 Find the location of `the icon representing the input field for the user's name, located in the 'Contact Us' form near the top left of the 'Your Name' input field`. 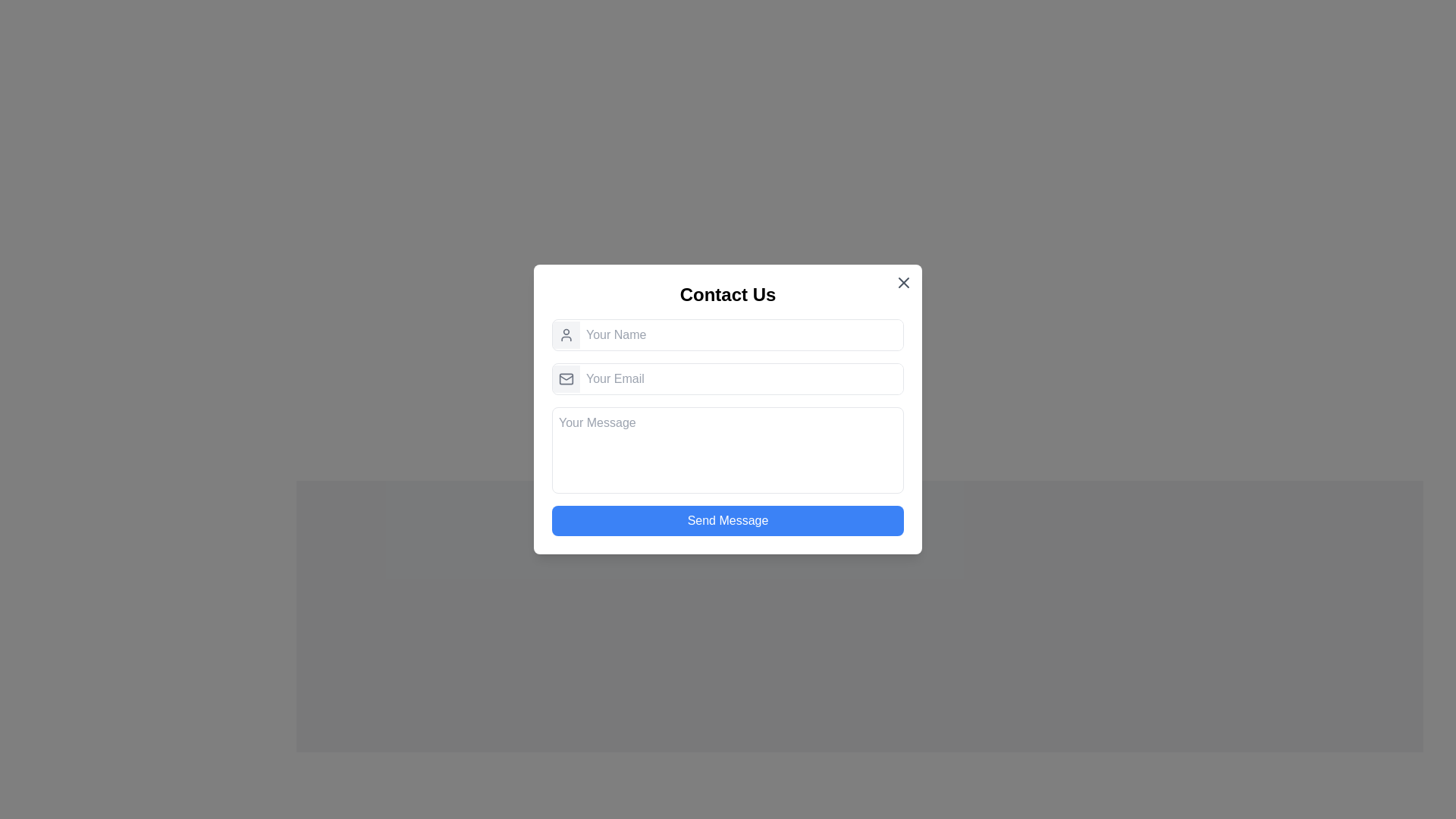

the icon representing the input field for the user's name, located in the 'Contact Us' form near the top left of the 'Your Name' input field is located at coordinates (566, 334).